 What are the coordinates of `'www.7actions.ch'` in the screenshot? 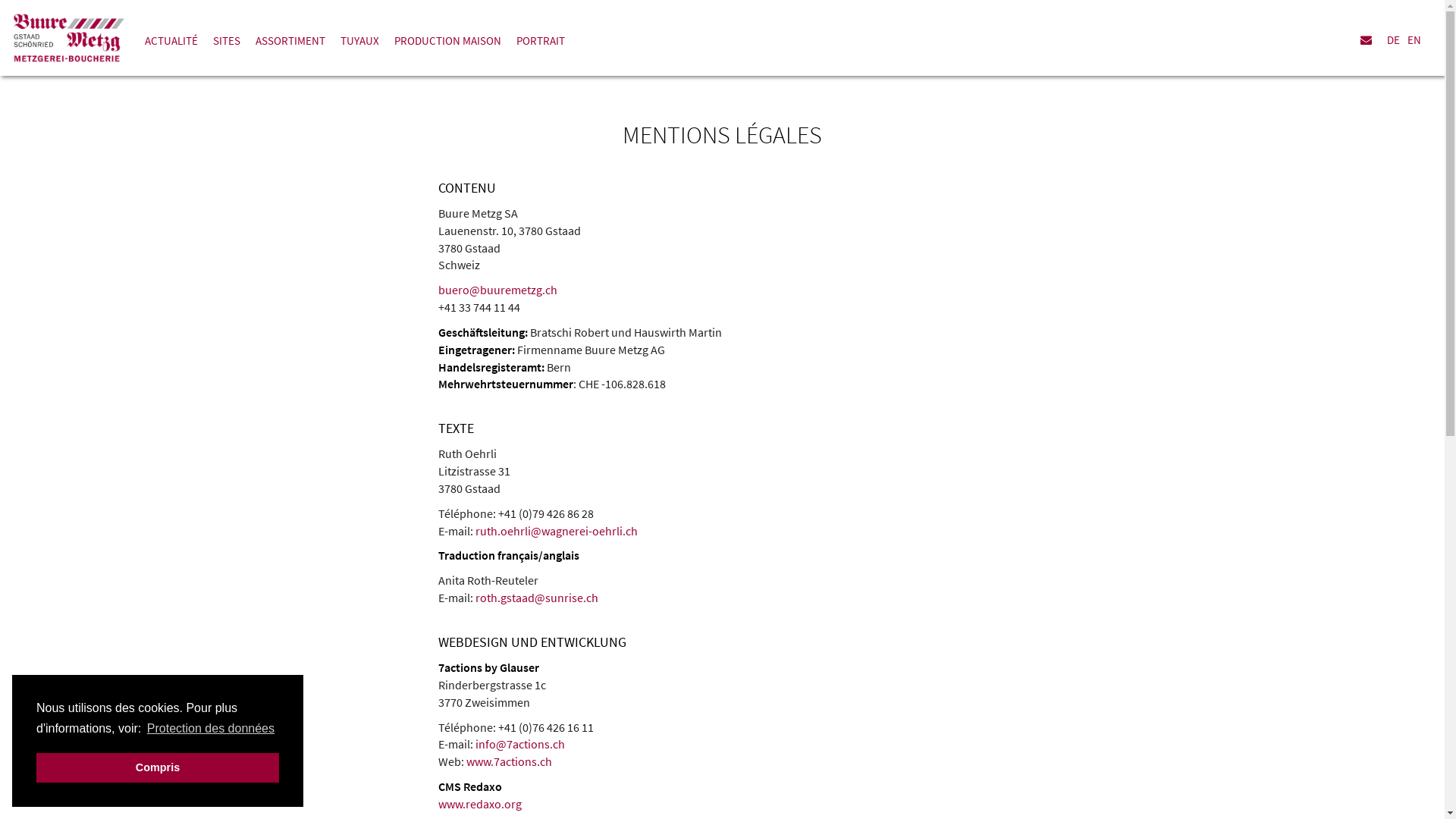 It's located at (465, 761).